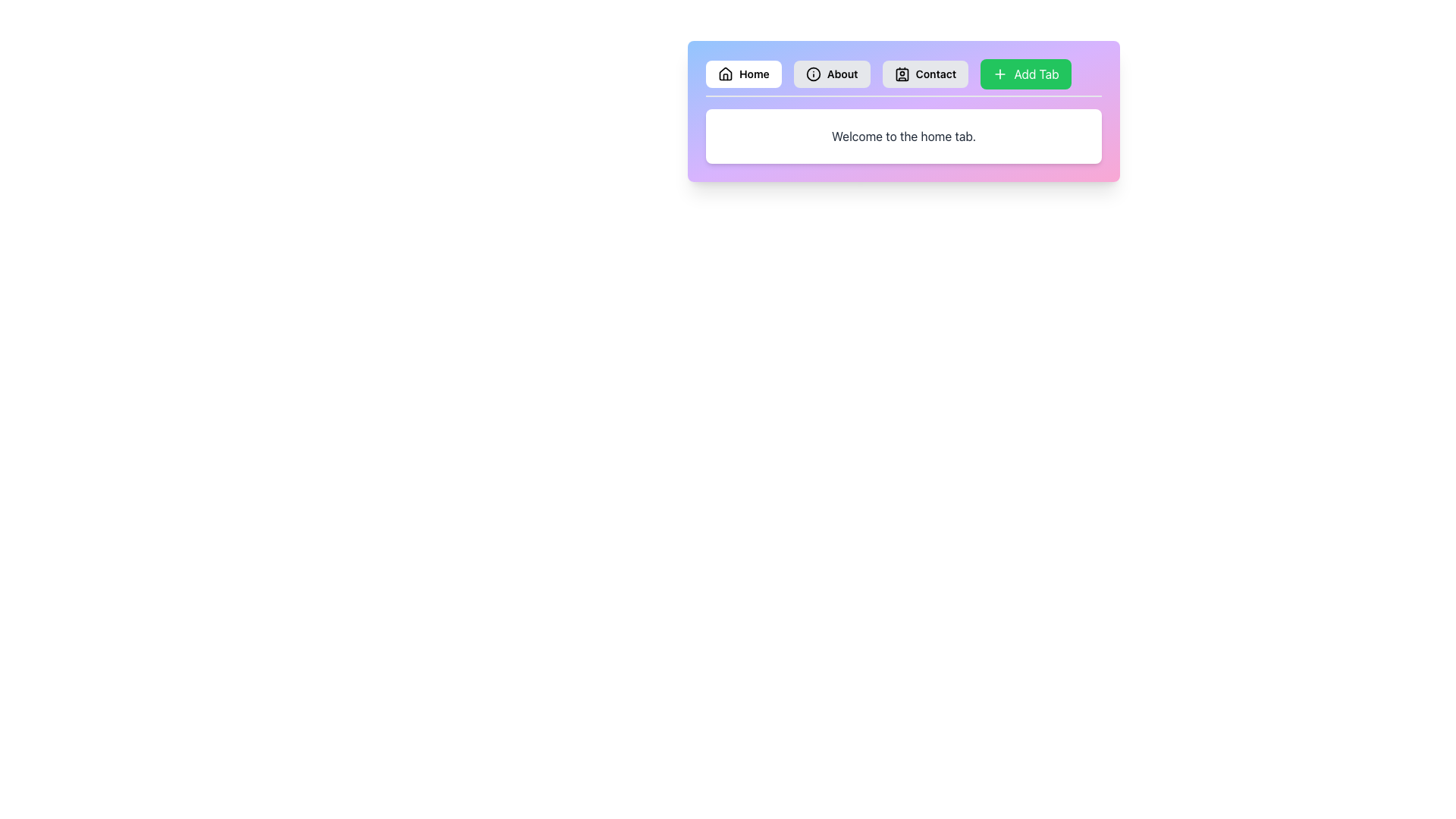  What do you see at coordinates (902, 74) in the screenshot?
I see `the graphical shape element that serves as the background for the 'Contact' icon in the navigation bar, located between the 'About' button and the 'Add Tab' button` at bounding box center [902, 74].